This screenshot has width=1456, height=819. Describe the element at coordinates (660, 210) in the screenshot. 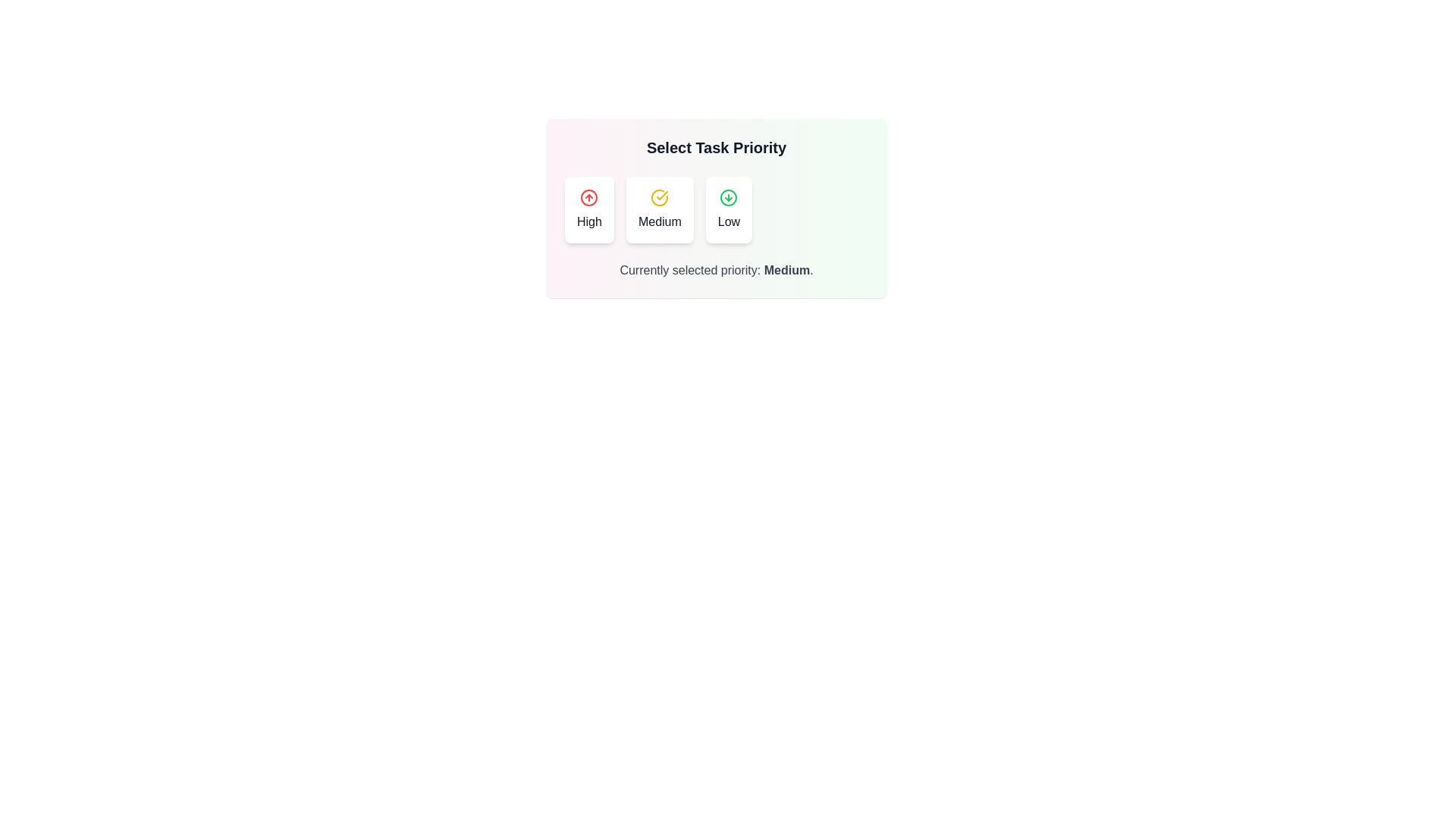

I see `the priority option labeled Medium to observe its hover effect` at that location.